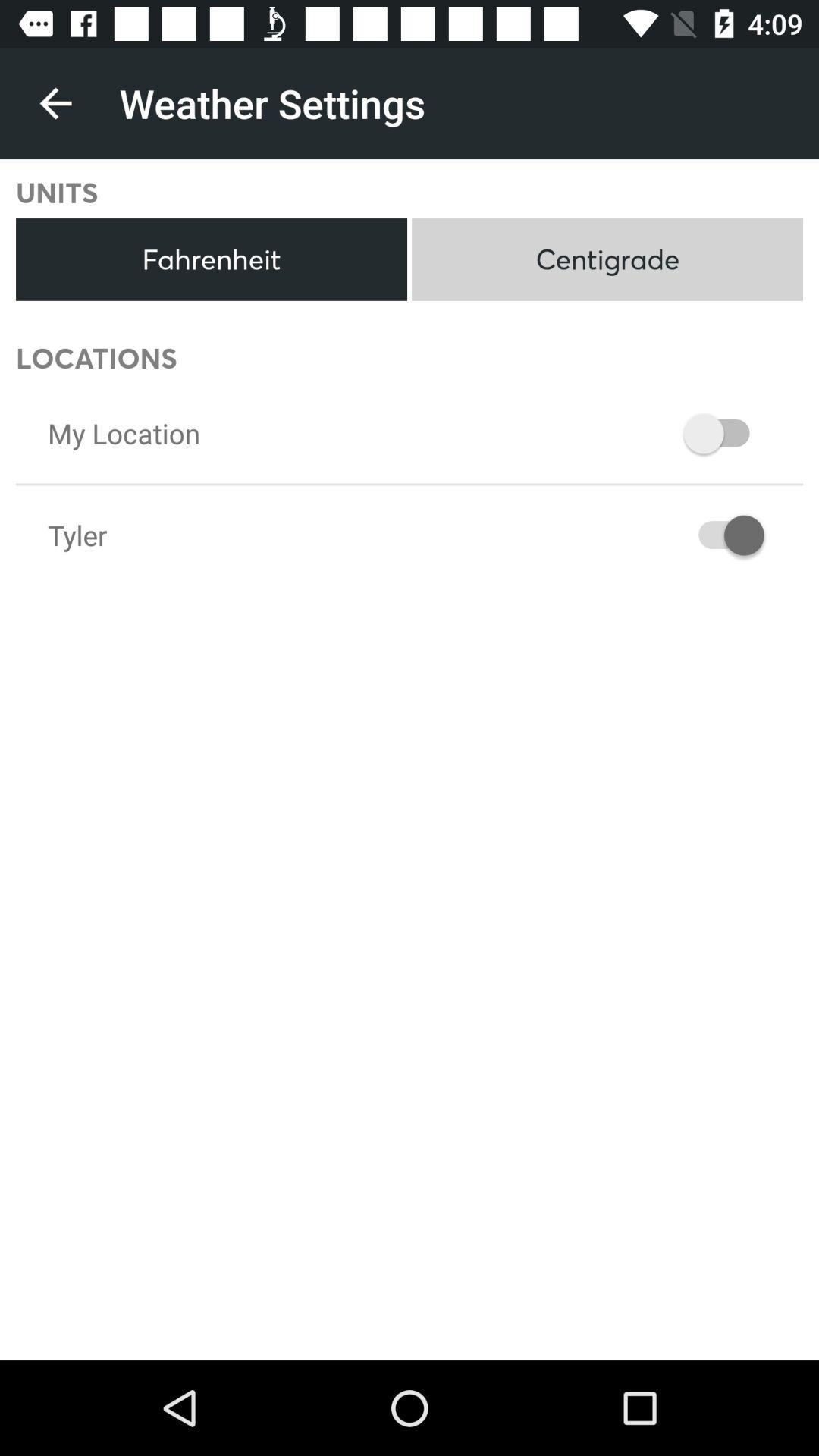 The image size is (819, 1456). Describe the element at coordinates (123, 432) in the screenshot. I see `my location icon` at that location.